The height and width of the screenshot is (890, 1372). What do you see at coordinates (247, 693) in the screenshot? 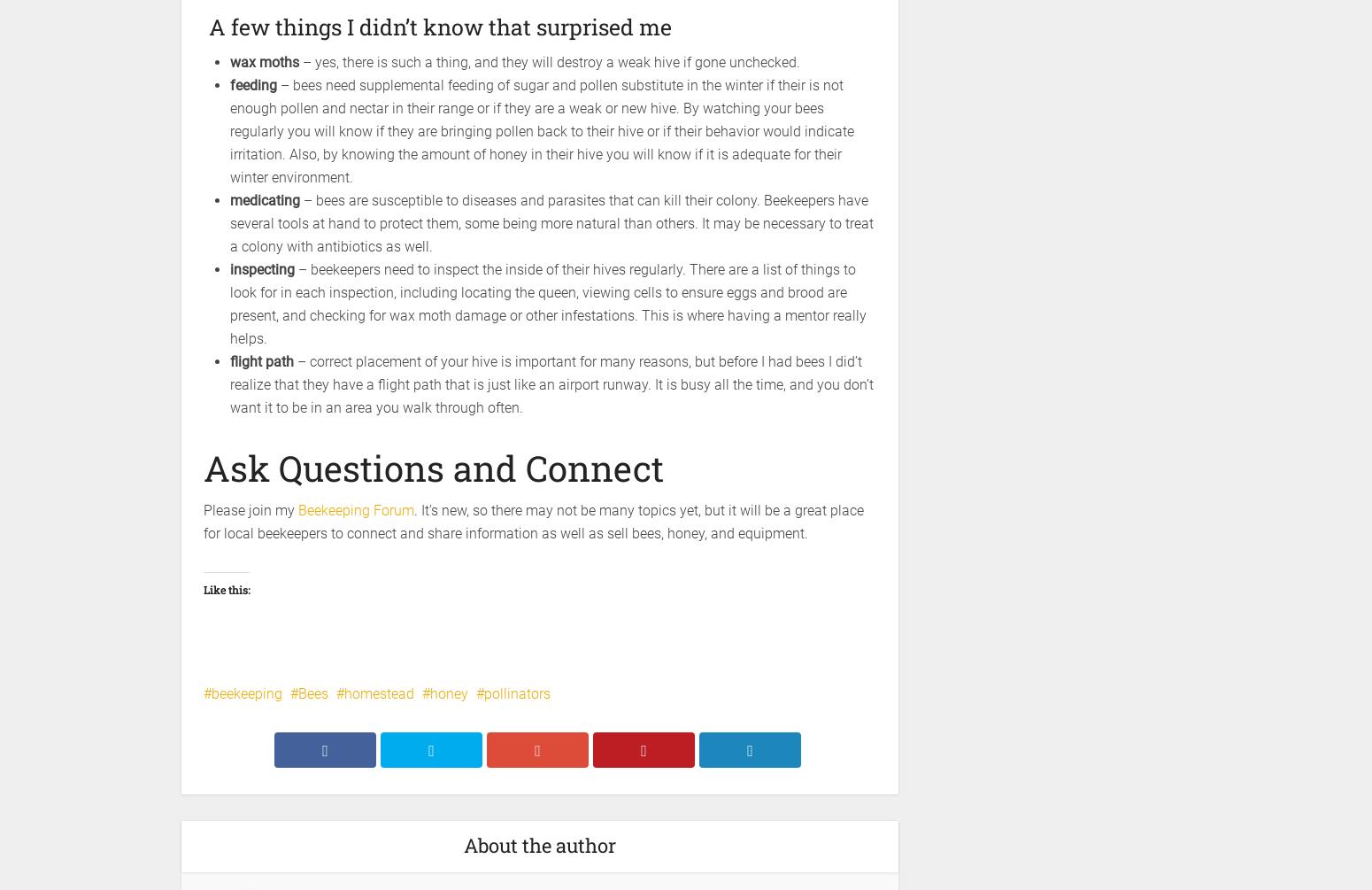
I see `'beekeeping'` at bounding box center [247, 693].